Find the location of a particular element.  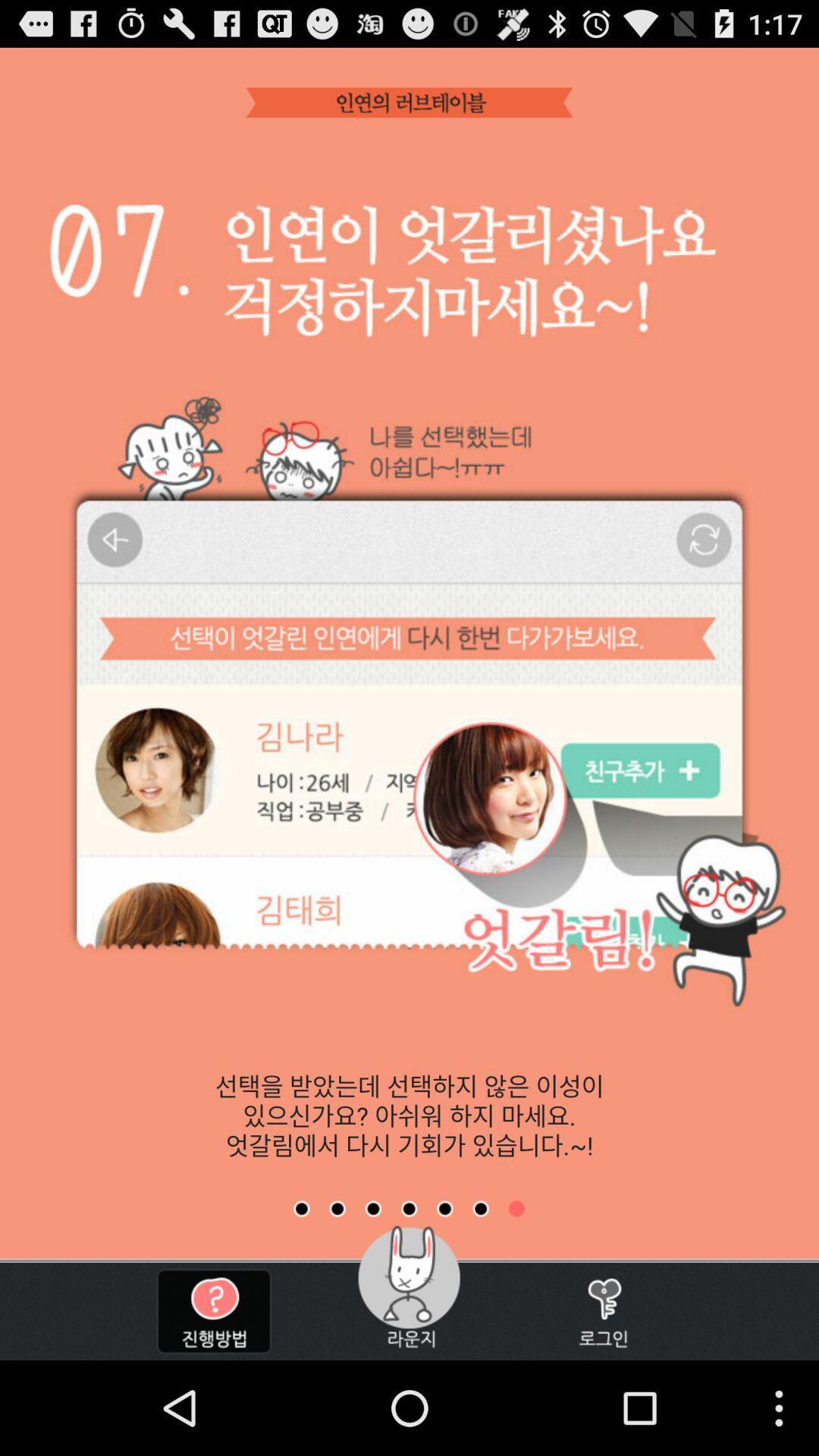

previous page is located at coordinates (481, 1208).